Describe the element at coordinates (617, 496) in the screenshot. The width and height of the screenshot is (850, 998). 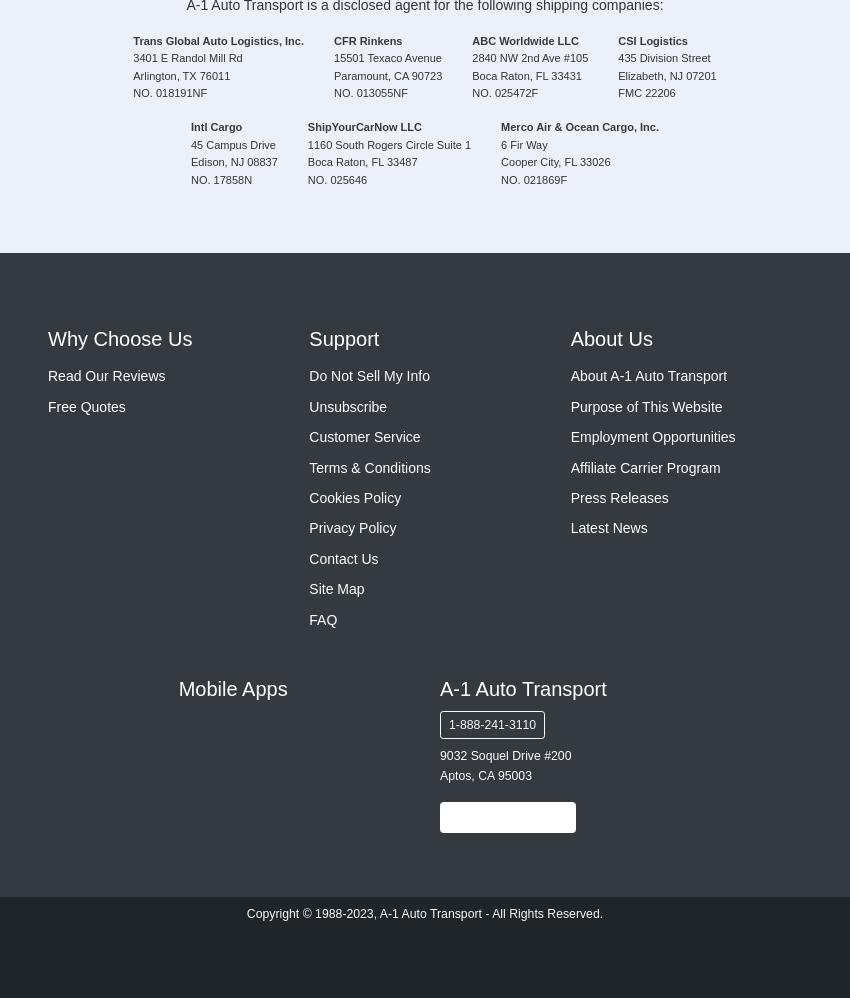
I see `'Press Releases'` at that location.